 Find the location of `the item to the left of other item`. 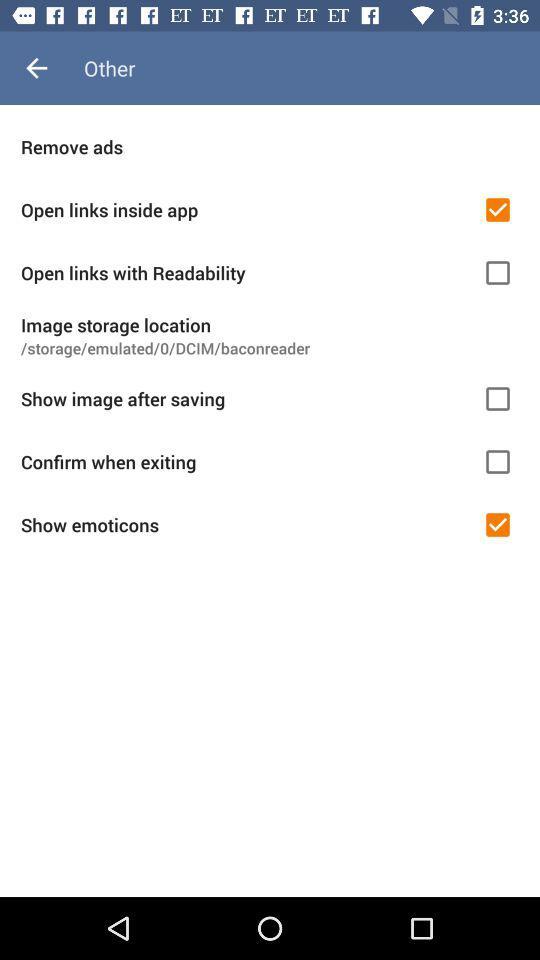

the item to the left of other item is located at coordinates (36, 68).